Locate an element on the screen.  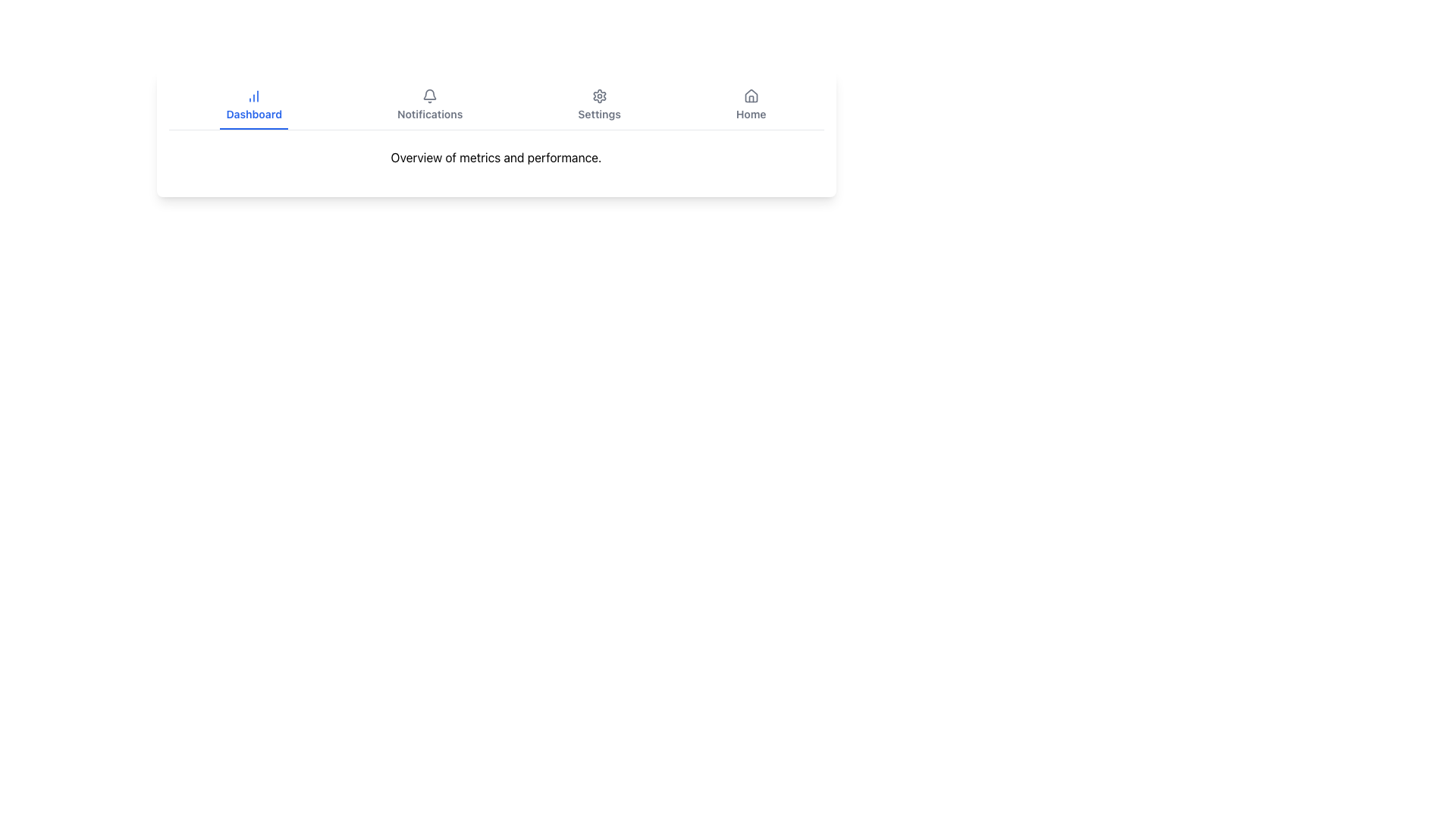
the navigation button for accessing or viewing notifications is located at coordinates (428, 105).